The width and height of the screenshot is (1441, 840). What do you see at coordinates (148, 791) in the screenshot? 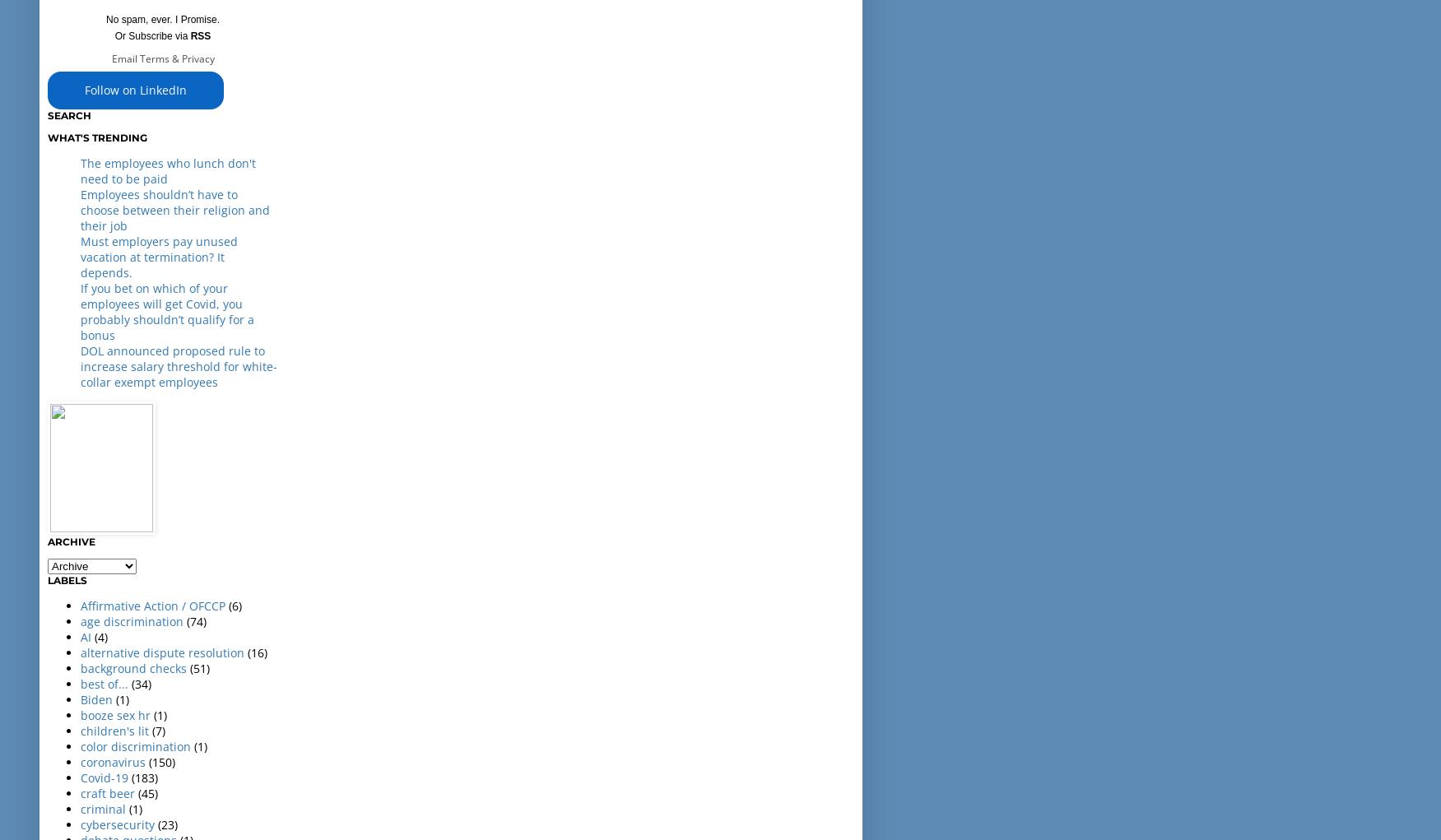
I see `'(45)'` at bounding box center [148, 791].